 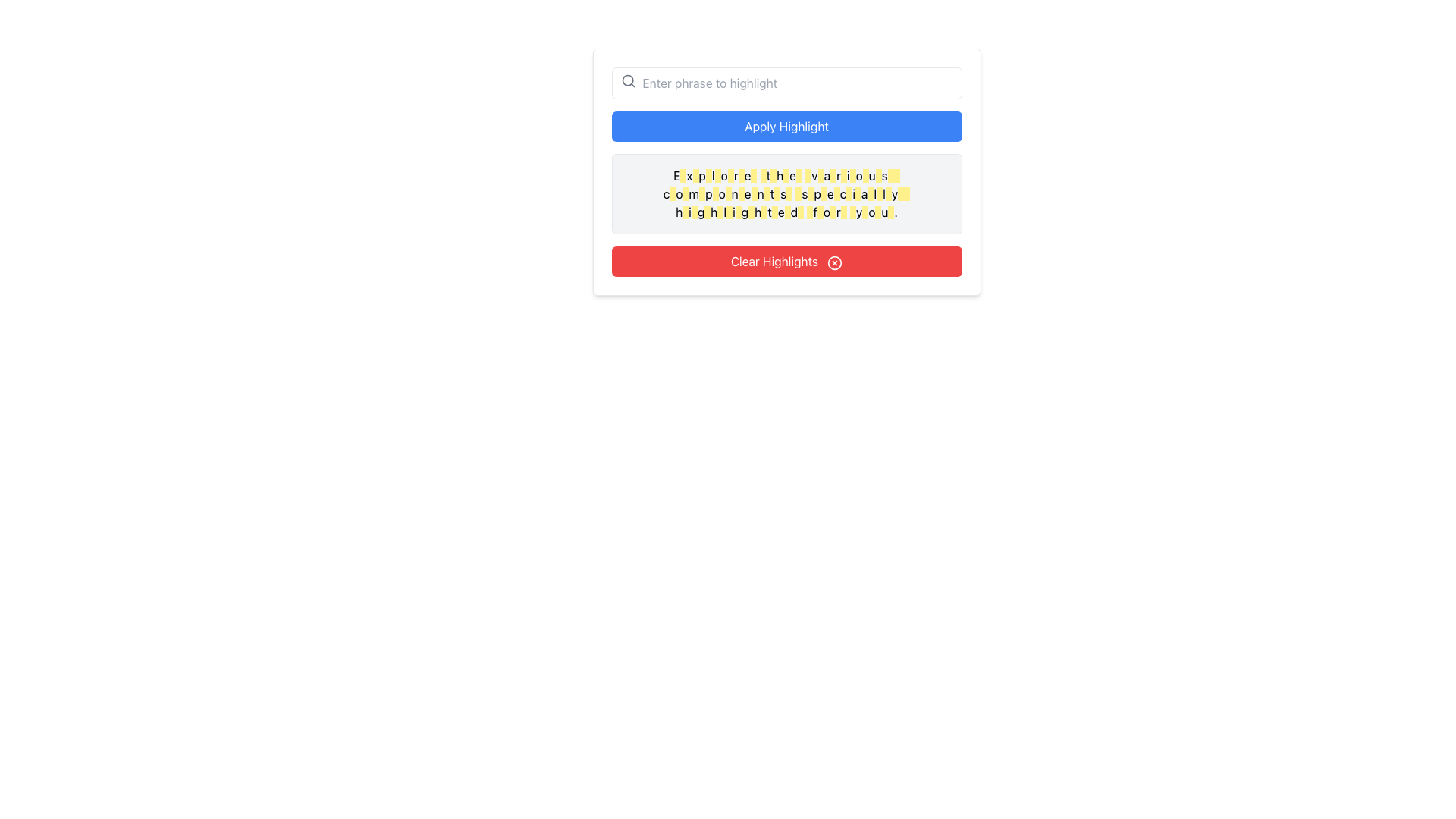 I want to click on the decorative search icon located at the top-left of the input field with the placeholder 'Enter phrase, so click(x=628, y=81).